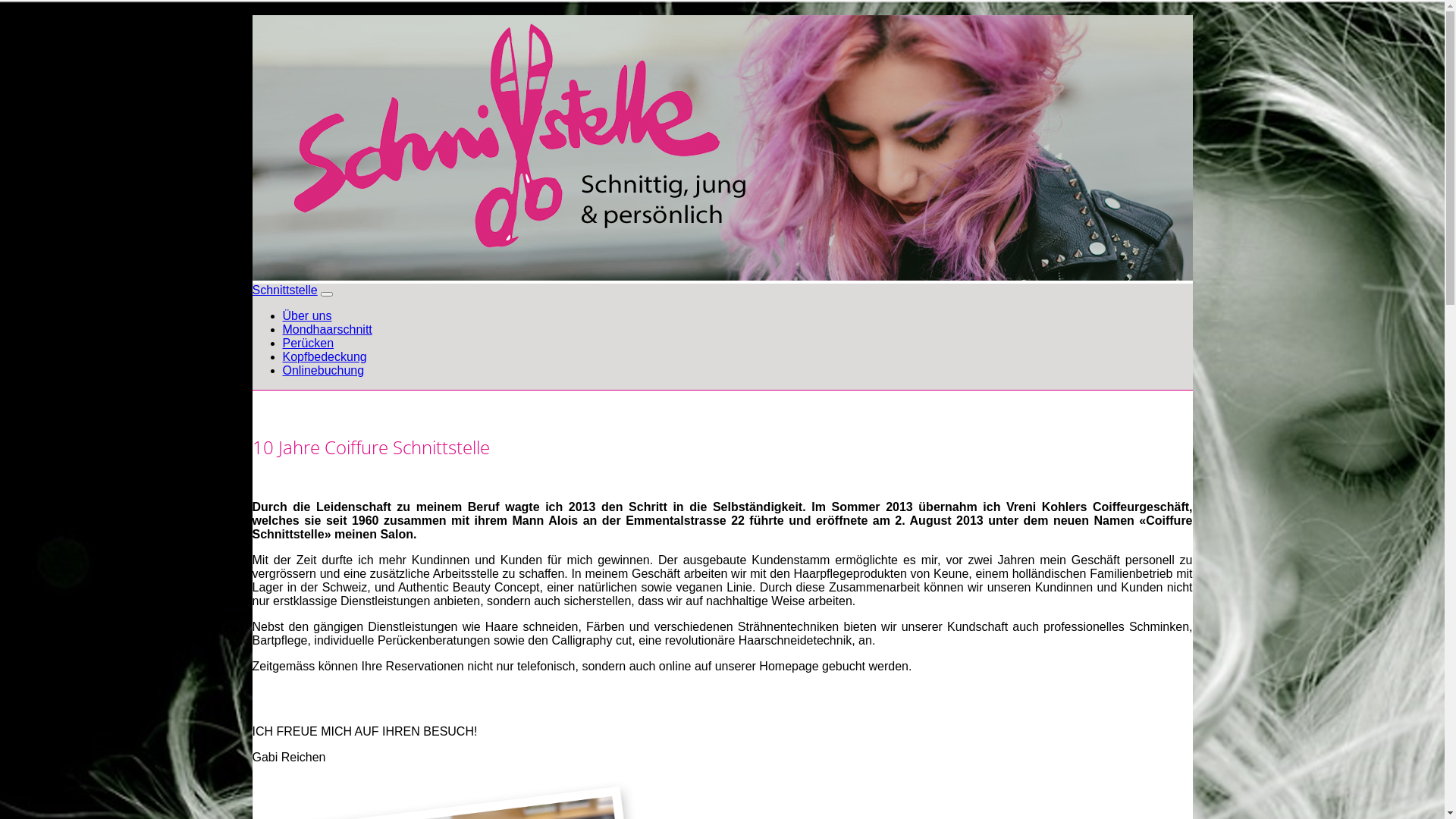  I want to click on 'Kopfbedeckung', so click(323, 356).